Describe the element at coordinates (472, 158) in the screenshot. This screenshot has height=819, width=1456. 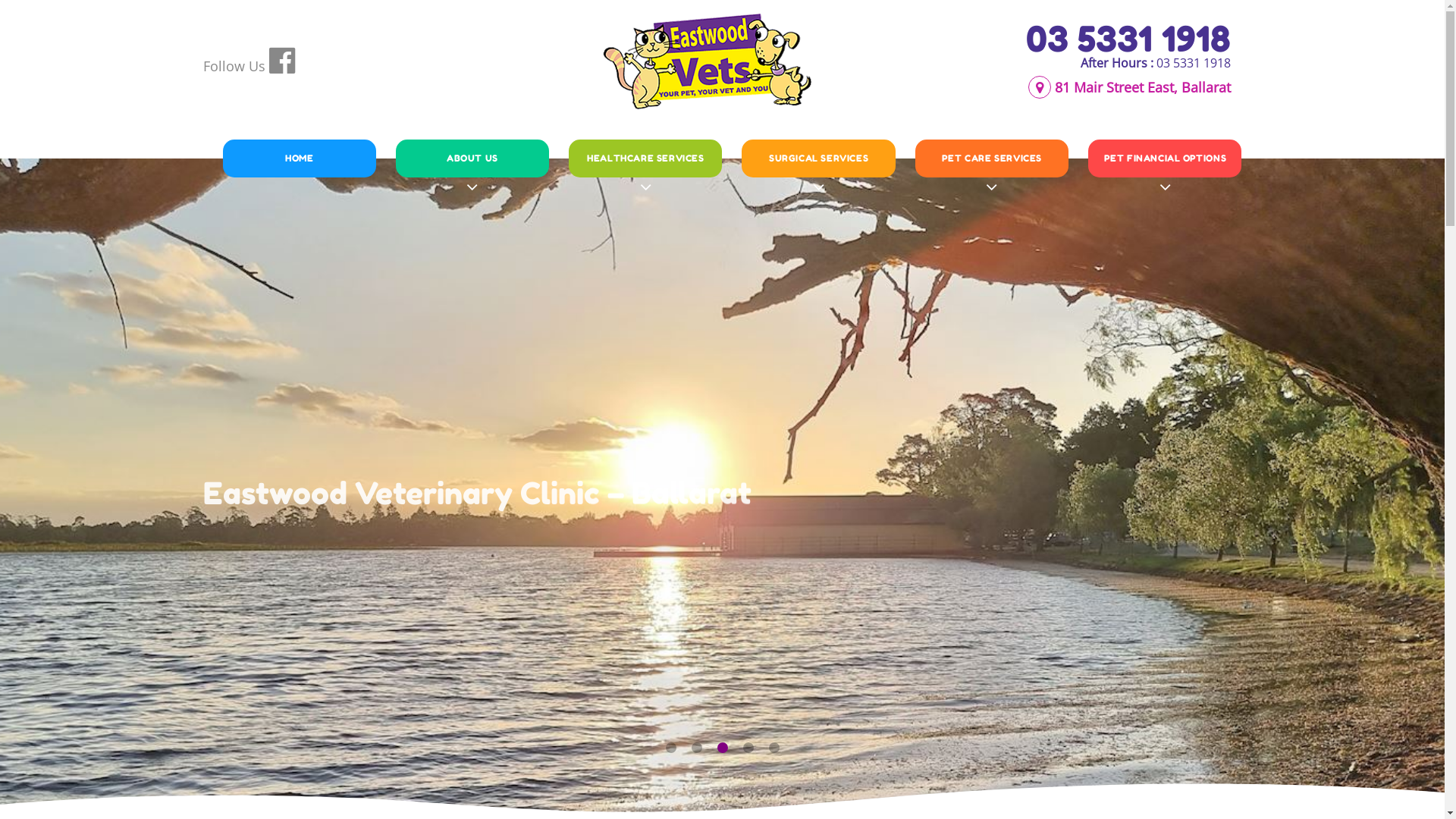
I see `'ABOUT US'` at that location.